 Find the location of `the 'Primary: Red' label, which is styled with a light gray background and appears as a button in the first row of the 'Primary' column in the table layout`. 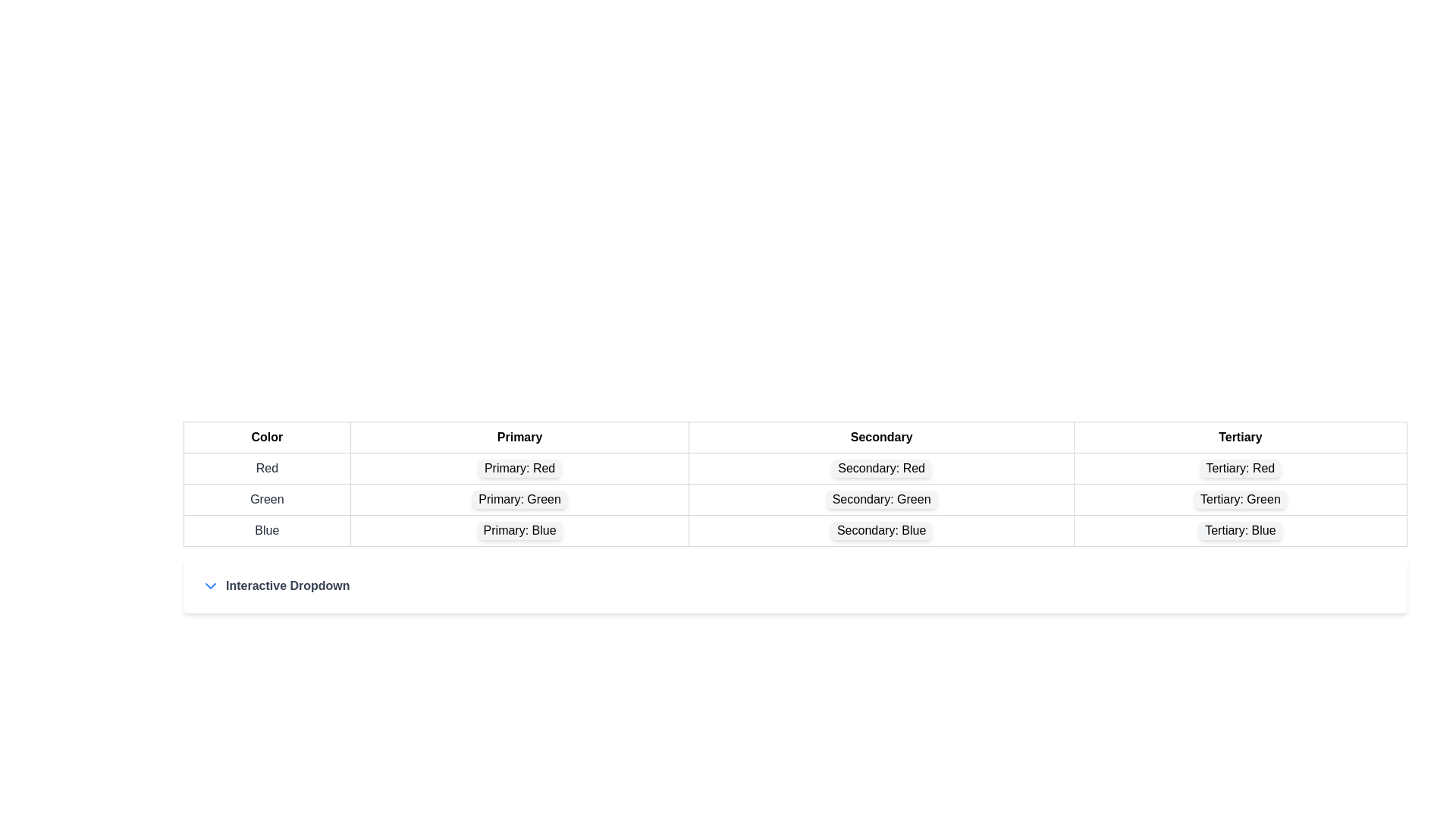

the 'Primary: Red' label, which is styled with a light gray background and appears as a button in the first row of the 'Primary' column in the table layout is located at coordinates (519, 467).